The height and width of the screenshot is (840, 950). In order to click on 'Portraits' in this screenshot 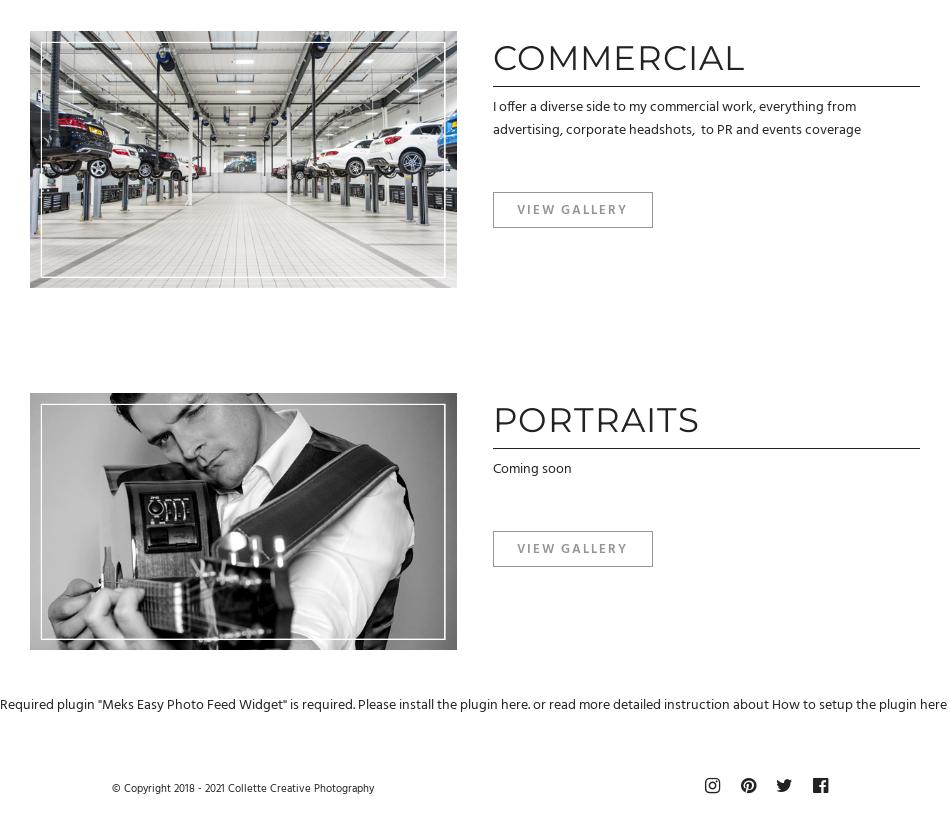, I will do `click(595, 420)`.